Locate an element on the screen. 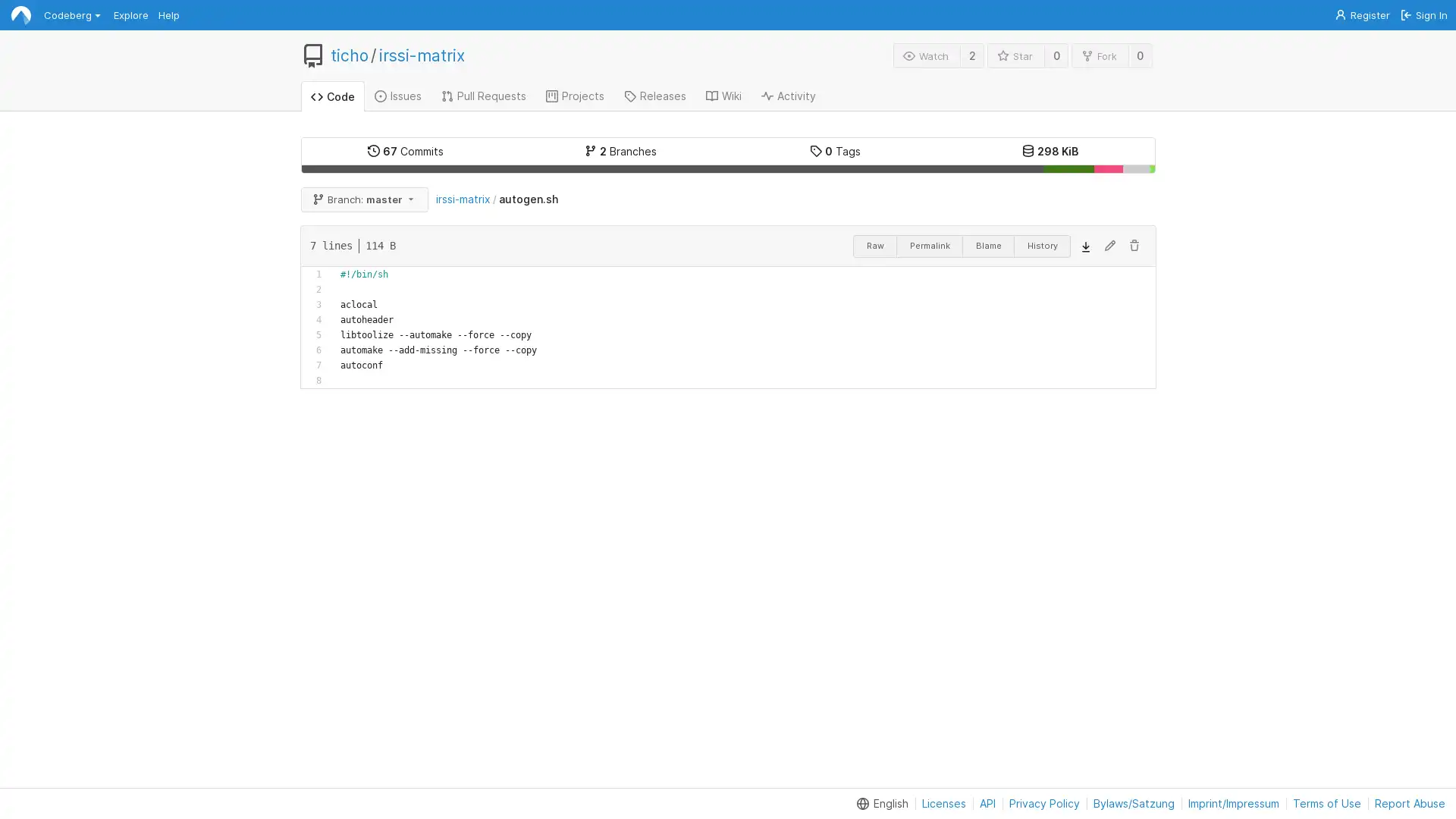 The width and height of the screenshot is (1456, 819). Watch is located at coordinates (926, 55).